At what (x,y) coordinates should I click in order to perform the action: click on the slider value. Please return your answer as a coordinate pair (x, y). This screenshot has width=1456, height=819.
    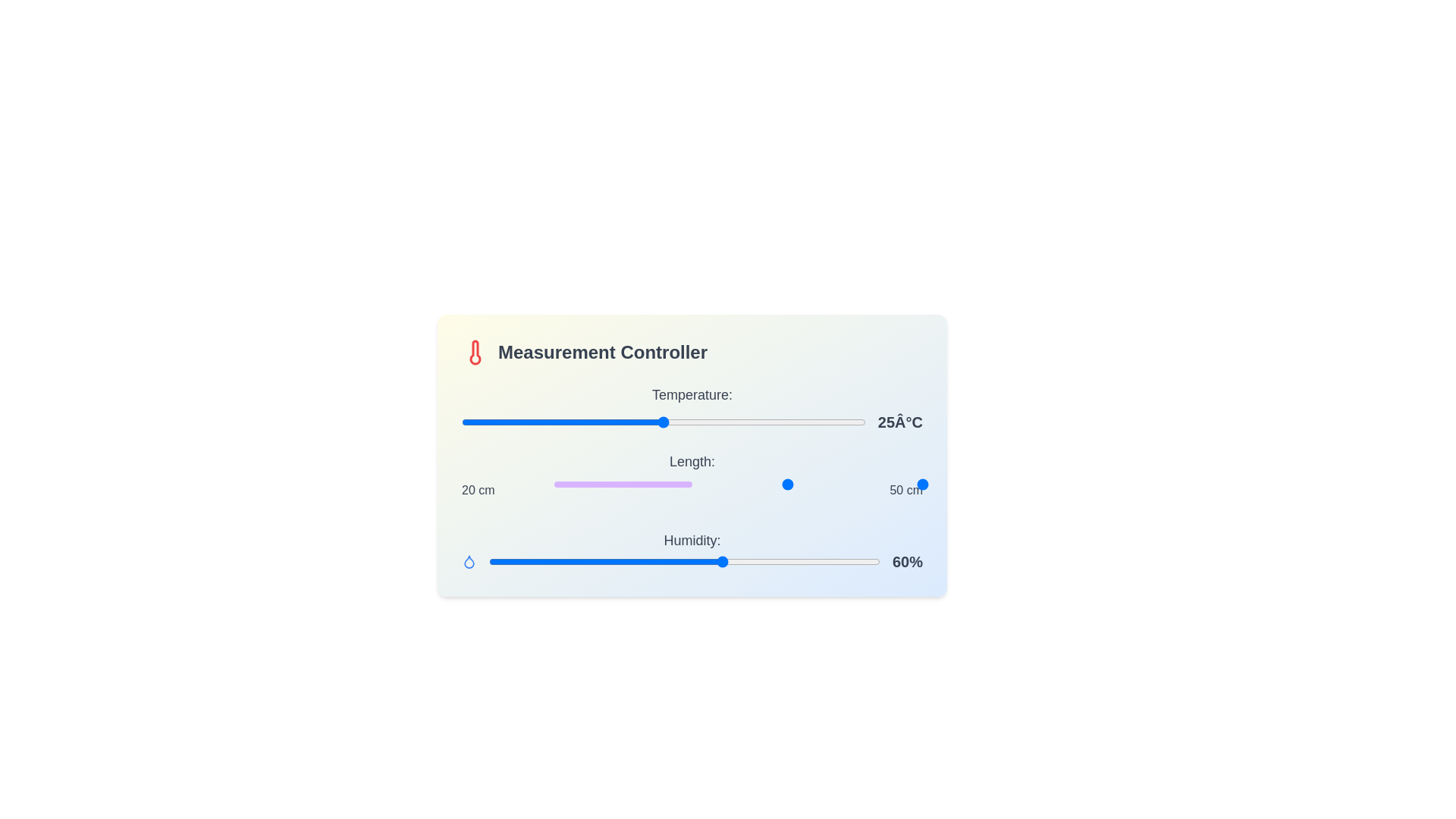
    Looking at the image, I should click on (912, 485).